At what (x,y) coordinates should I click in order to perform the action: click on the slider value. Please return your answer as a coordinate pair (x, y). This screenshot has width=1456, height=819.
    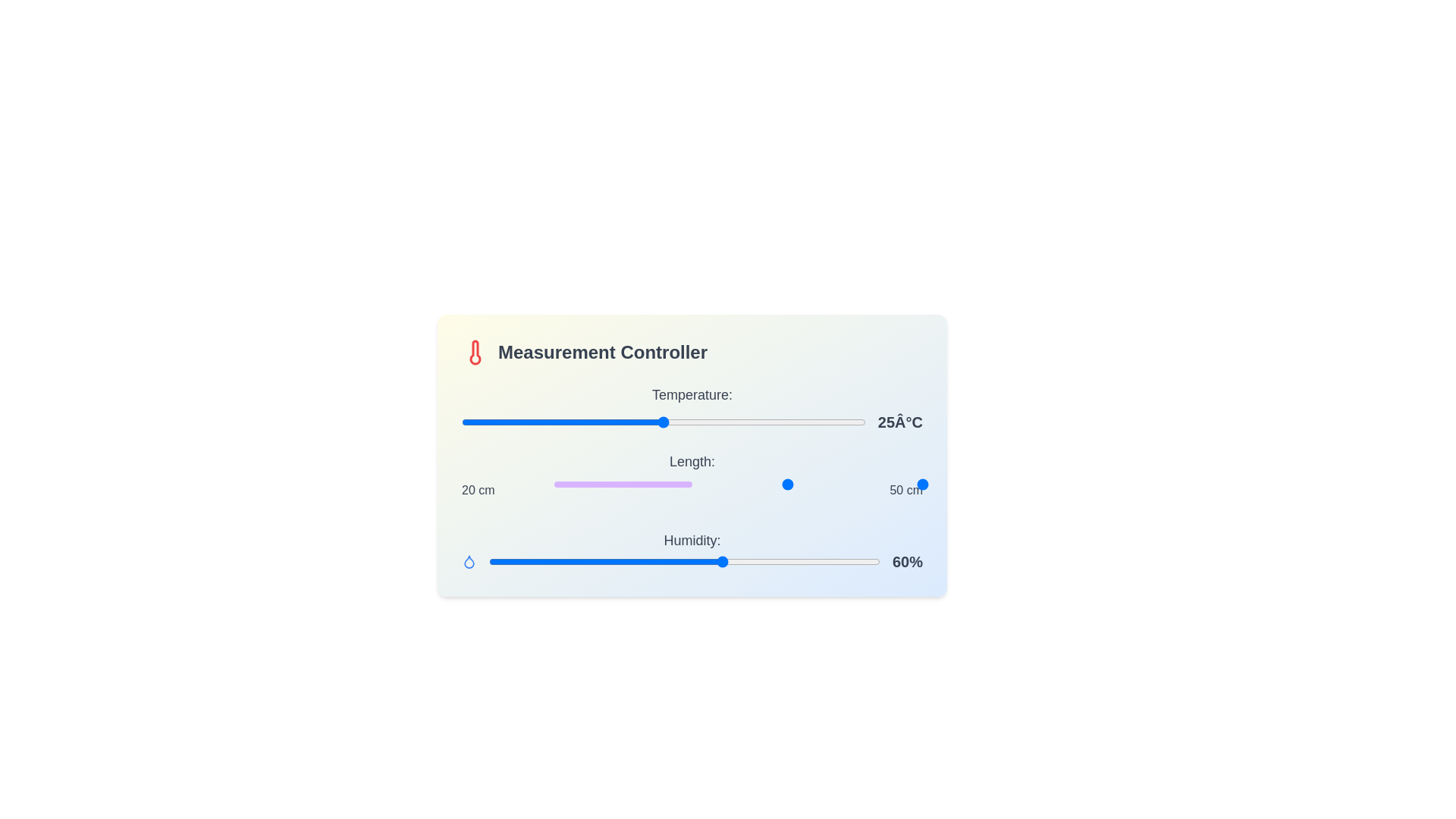
    Looking at the image, I should click on (912, 485).